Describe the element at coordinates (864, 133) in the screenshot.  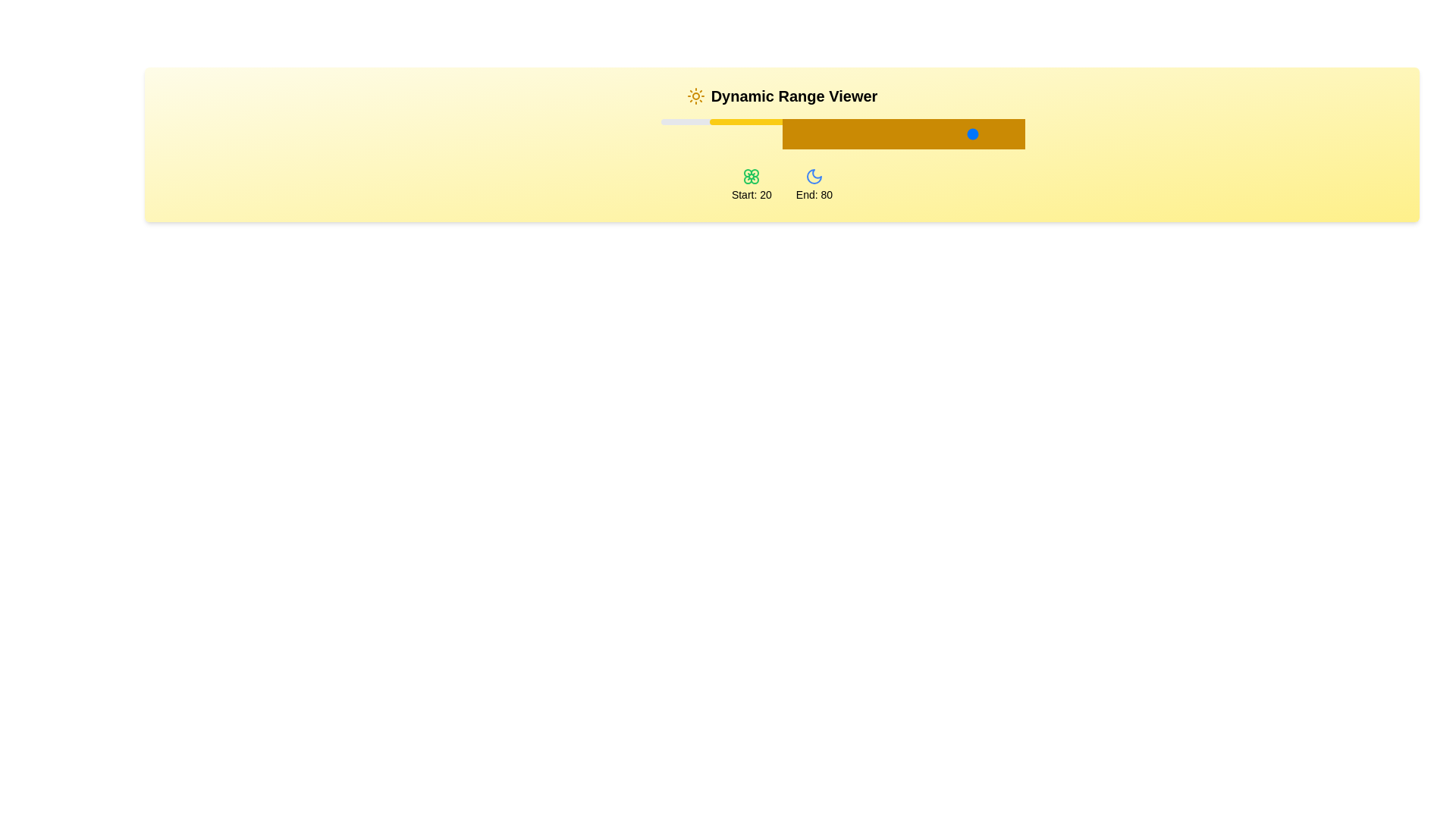
I see `the slider value` at that location.